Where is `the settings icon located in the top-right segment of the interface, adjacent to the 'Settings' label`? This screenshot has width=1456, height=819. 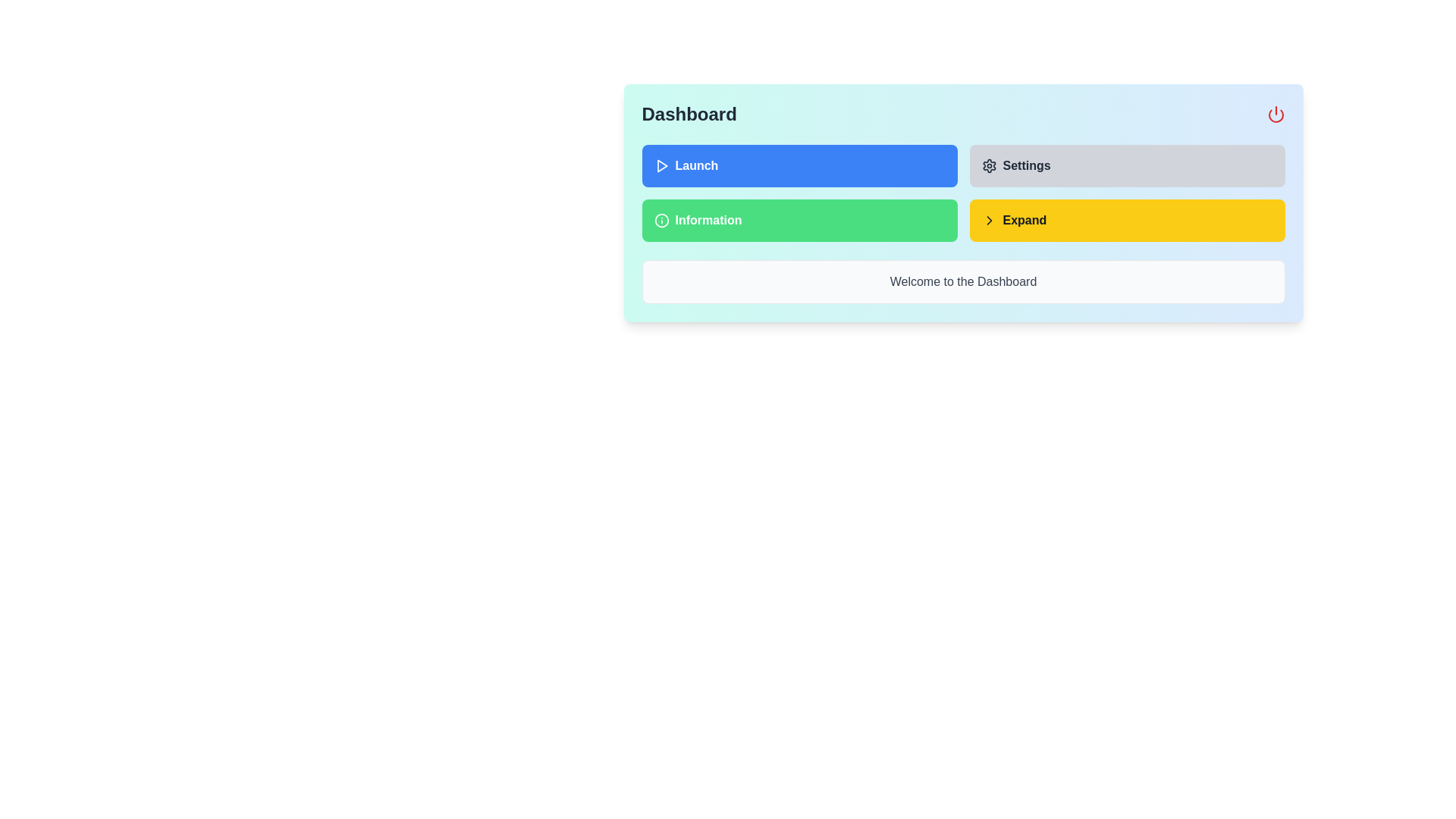
the settings icon located in the top-right segment of the interface, adjacent to the 'Settings' label is located at coordinates (989, 166).